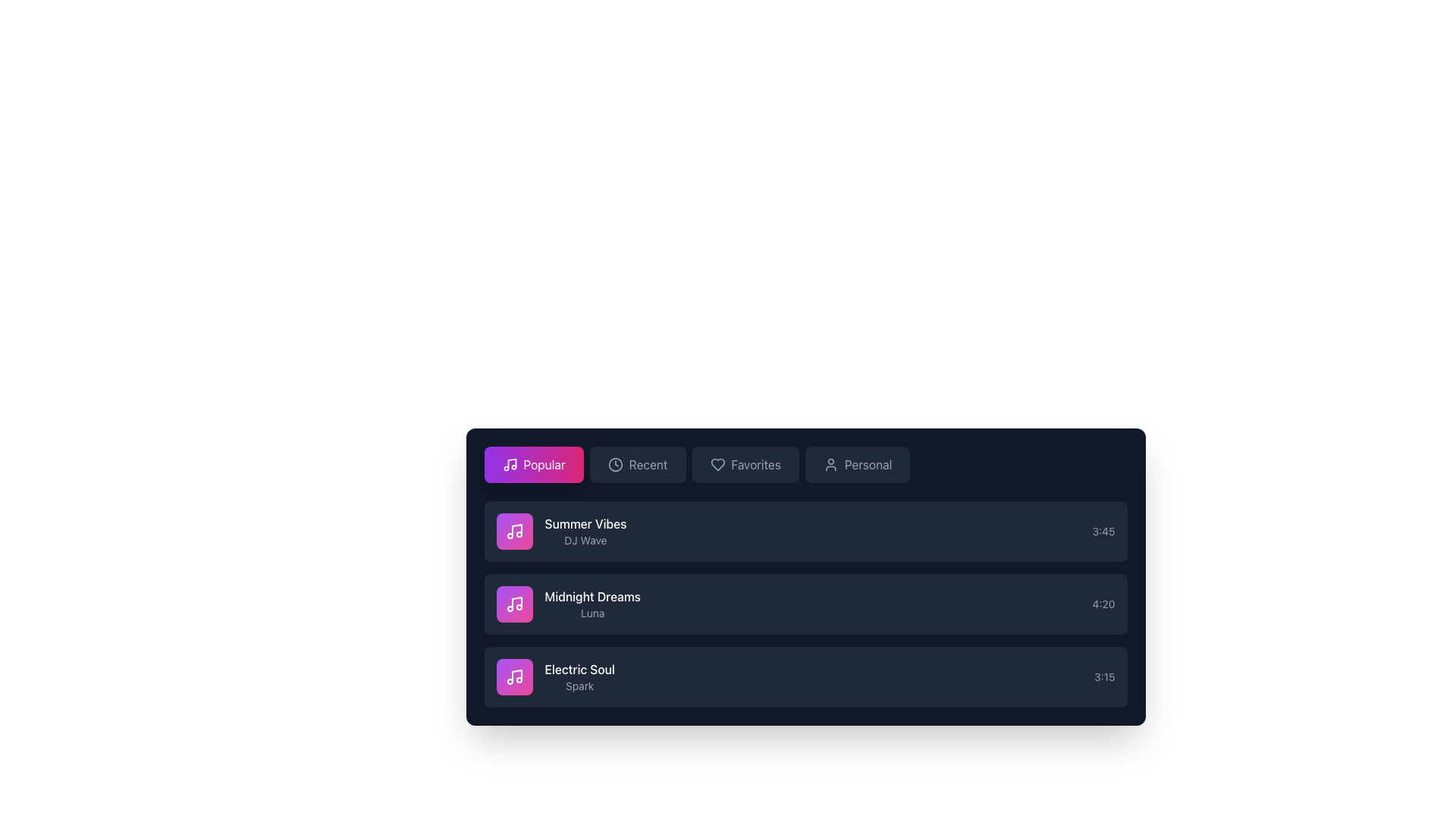 The image size is (1456, 819). What do you see at coordinates (510, 464) in the screenshot?
I see `the musical note icon located within the 'Popular' navigation button in the music interface` at bounding box center [510, 464].